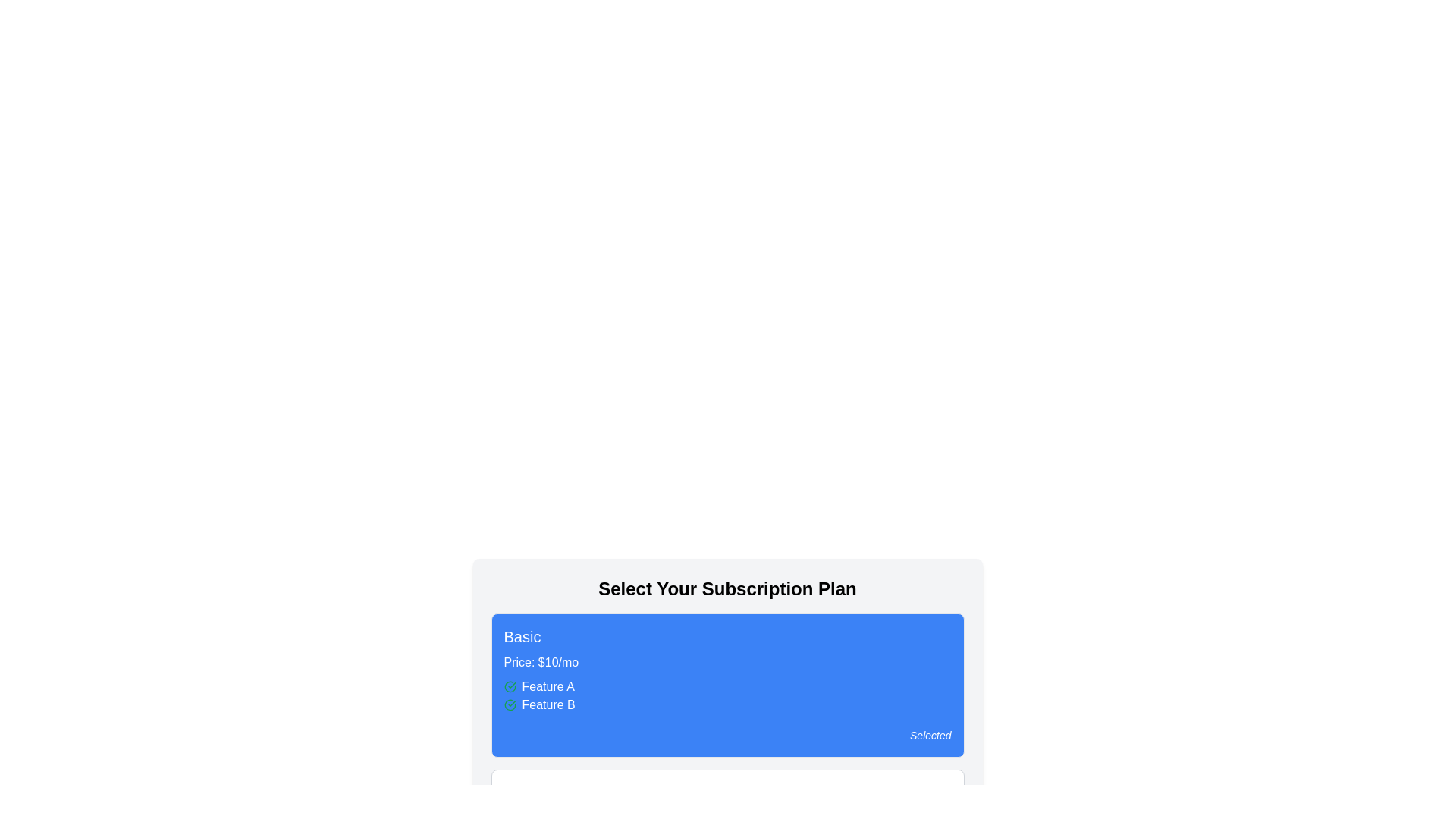 The height and width of the screenshot is (819, 1456). Describe the element at coordinates (510, 687) in the screenshot. I see `the Indicator icon that indicates the status of 'Feature A' in the 'Basic' subscription plan, located to the left of the text 'Feature A'` at that location.